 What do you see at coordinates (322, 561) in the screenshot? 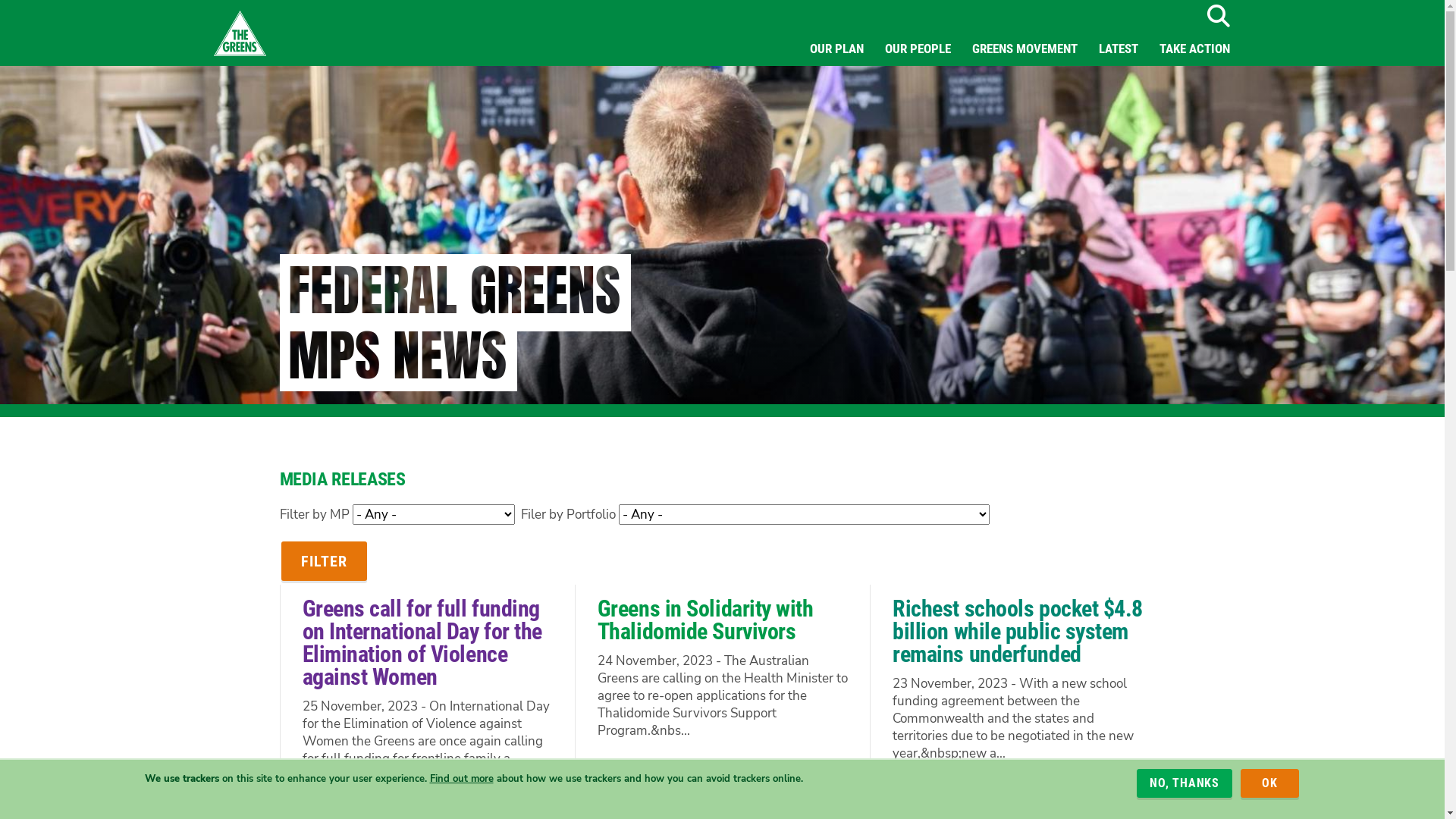
I see `'Filter'` at bounding box center [322, 561].